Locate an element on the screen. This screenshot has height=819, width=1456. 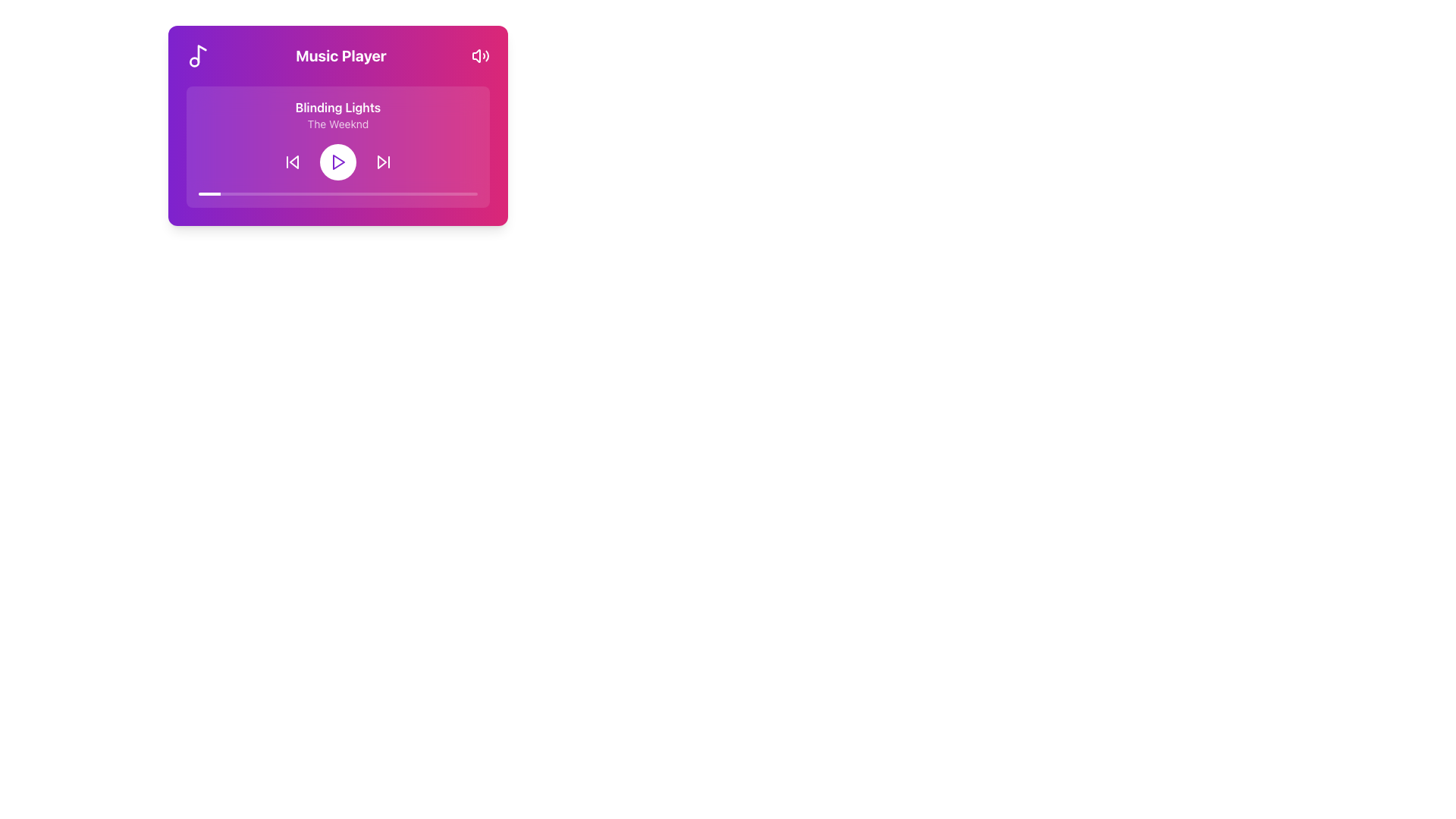
the circular button with a white forward skip icon and a purple background, which is the third button from the right in the button group, to change its appearance is located at coordinates (383, 162).